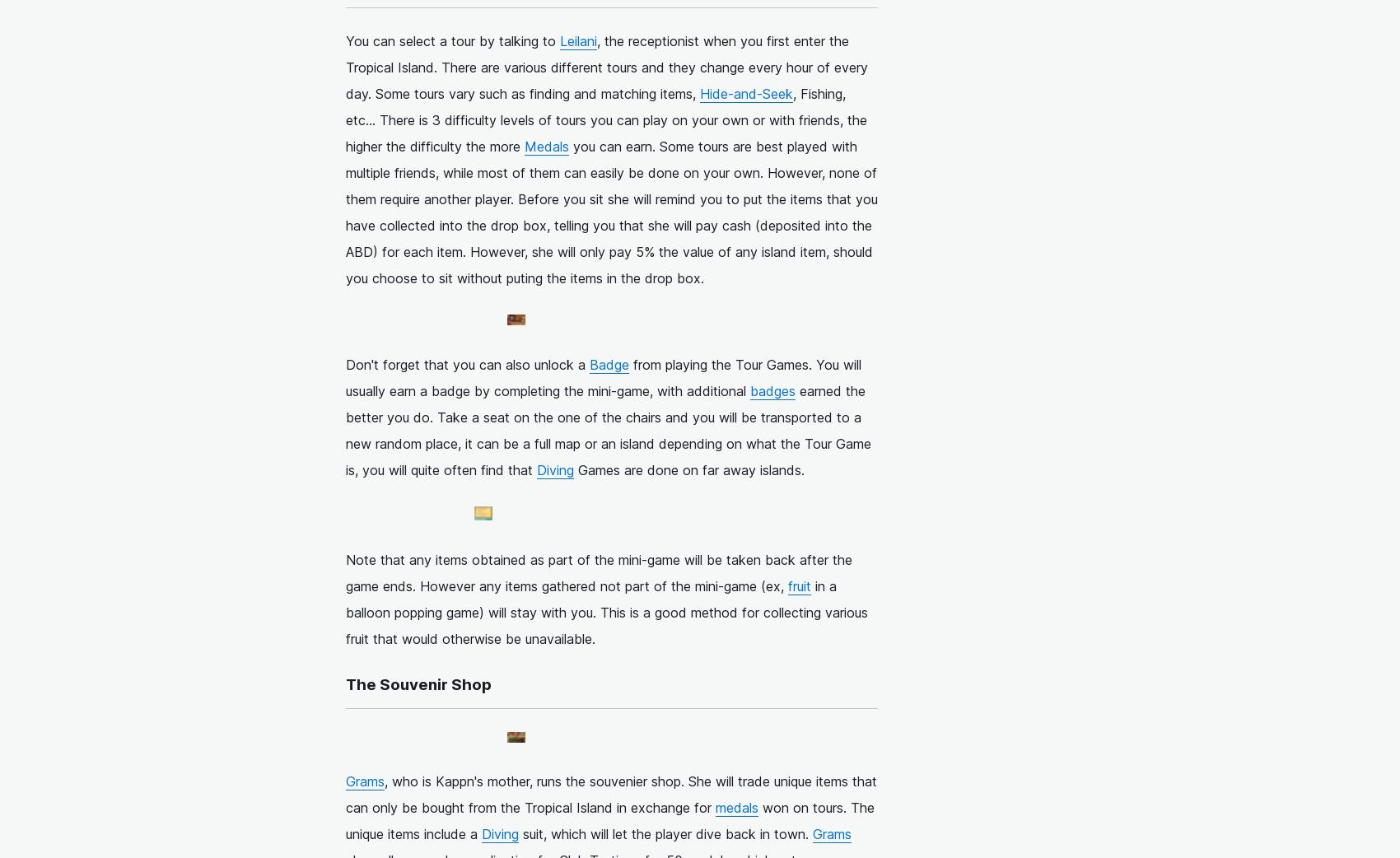 The image size is (1400, 858). Describe the element at coordinates (737, 808) in the screenshot. I see `'medals'` at that location.